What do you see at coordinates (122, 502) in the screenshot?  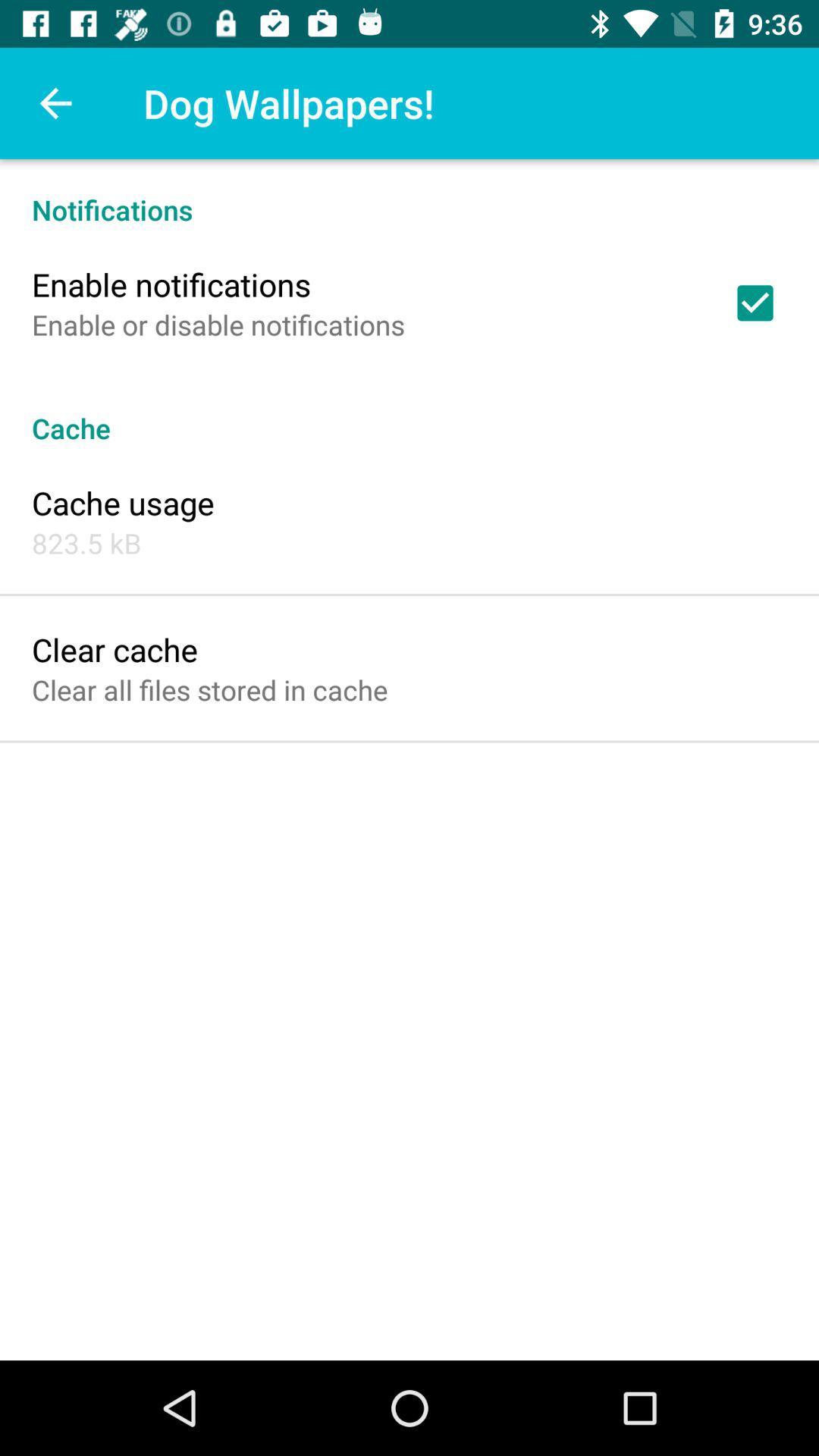 I see `the item below the cache item` at bounding box center [122, 502].